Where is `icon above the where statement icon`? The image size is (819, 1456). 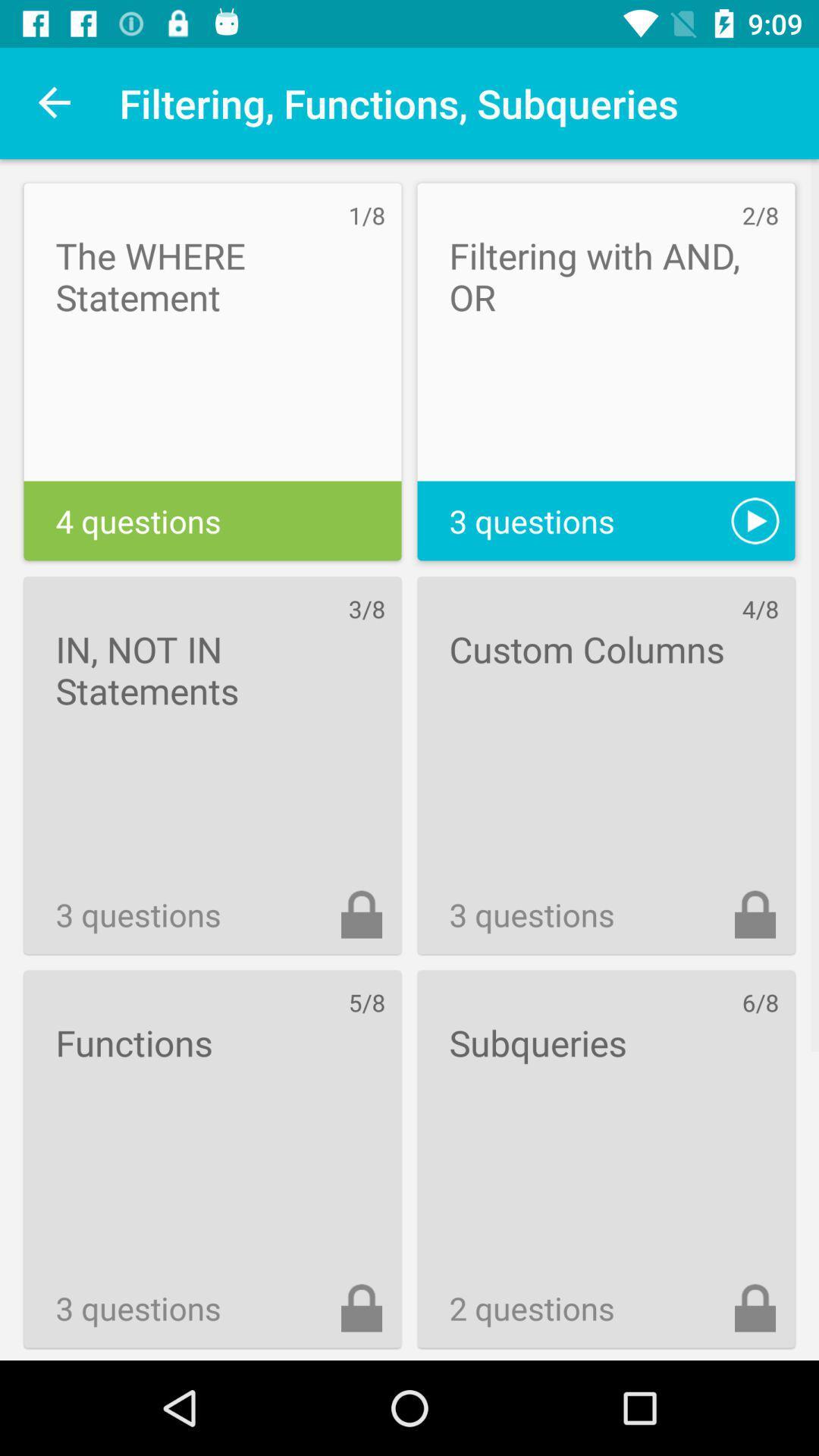
icon above the where statement icon is located at coordinates (55, 102).